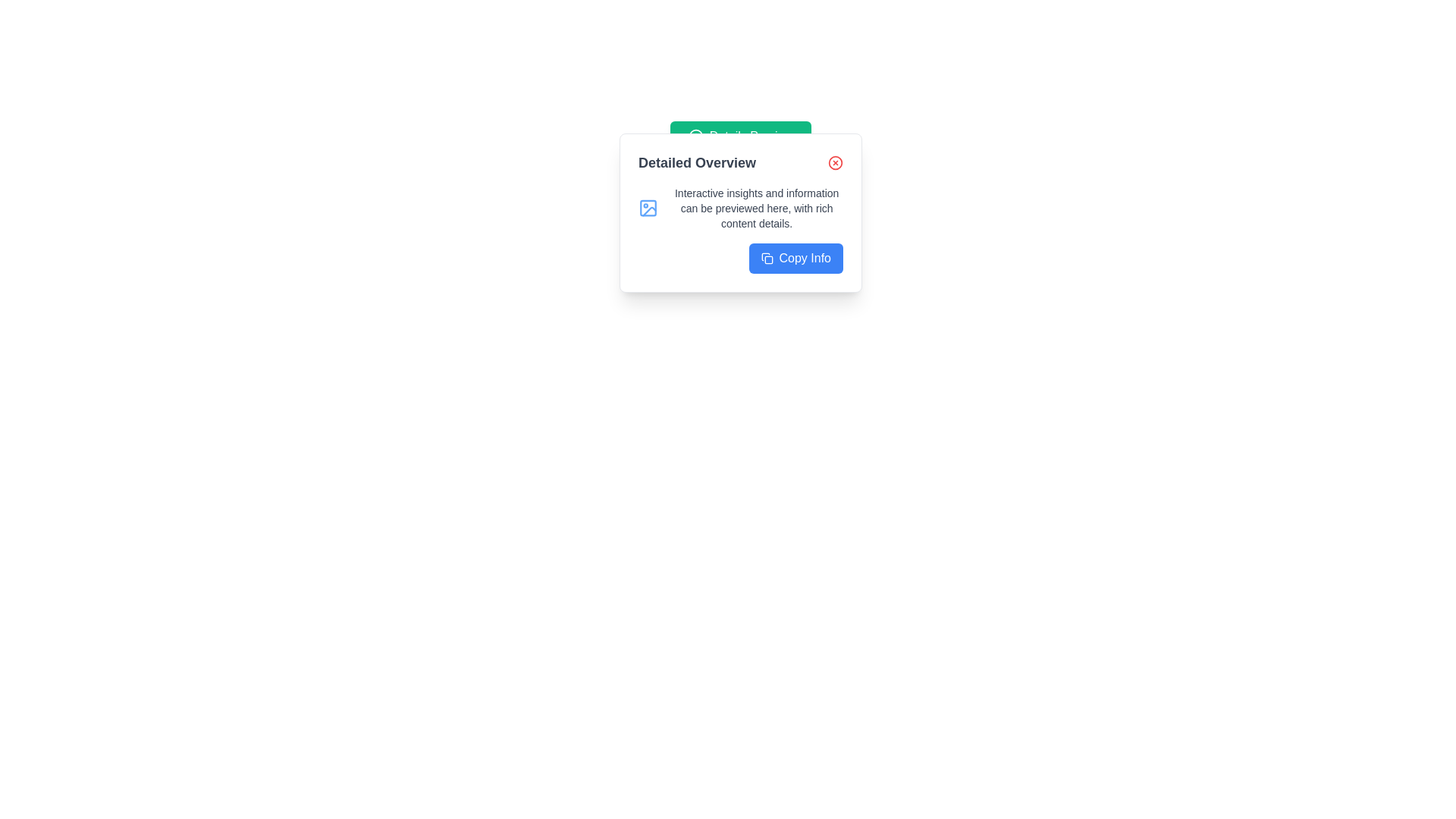  I want to click on the button located in the top-right corner of the 'Detailed Overview' section, so click(835, 163).